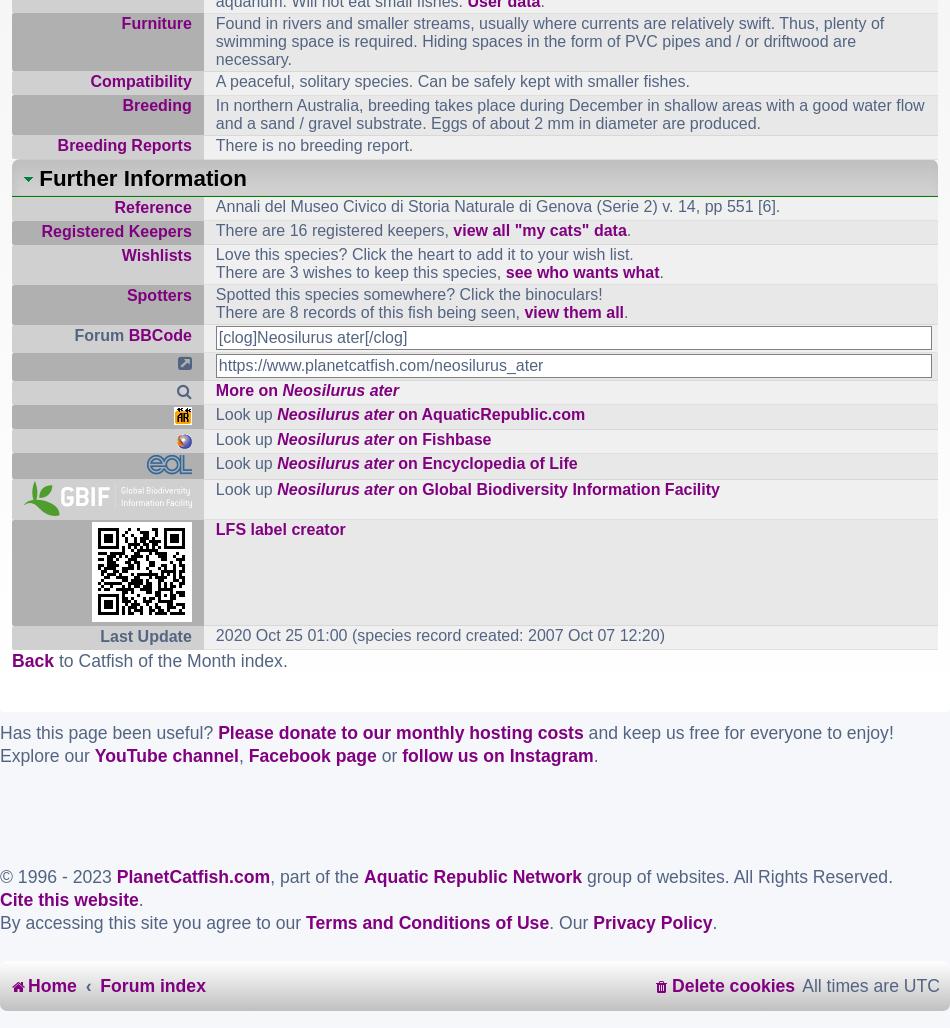 The width and height of the screenshot is (950, 1028). Describe the element at coordinates (237, 753) in the screenshot. I see `','` at that location.